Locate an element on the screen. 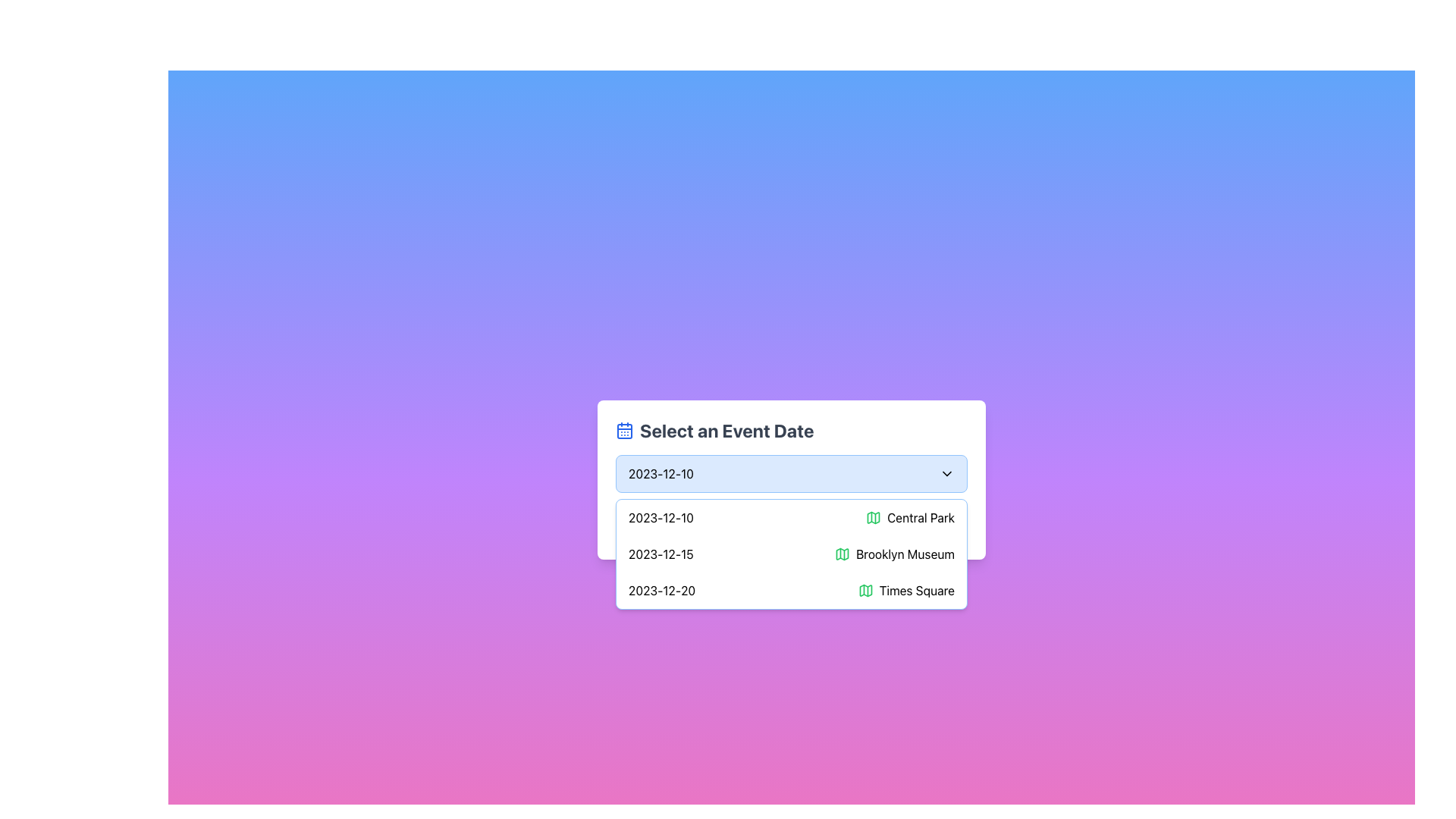 Image resolution: width=1456 pixels, height=819 pixels. the first item in the dropdown menu for selecting the event scheduled on 2023-12-10 at Central Park is located at coordinates (790, 516).